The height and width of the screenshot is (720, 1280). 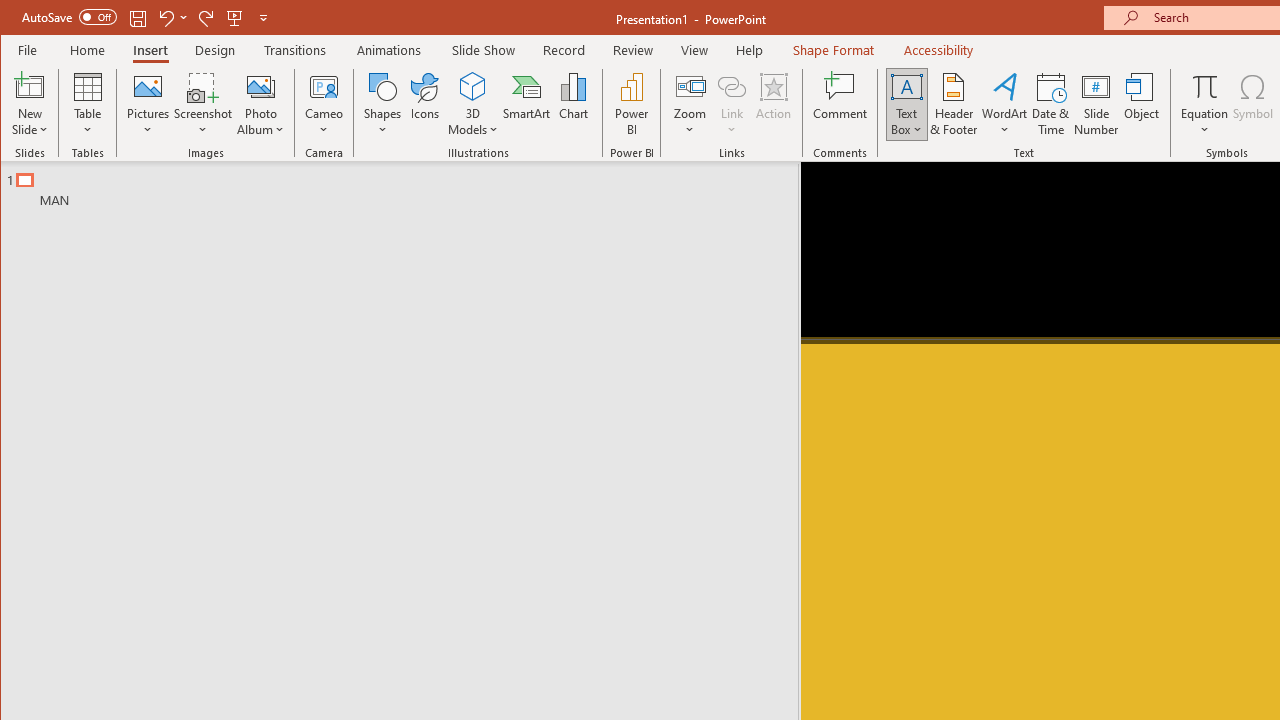 I want to click on 'Table', so click(x=86, y=104).